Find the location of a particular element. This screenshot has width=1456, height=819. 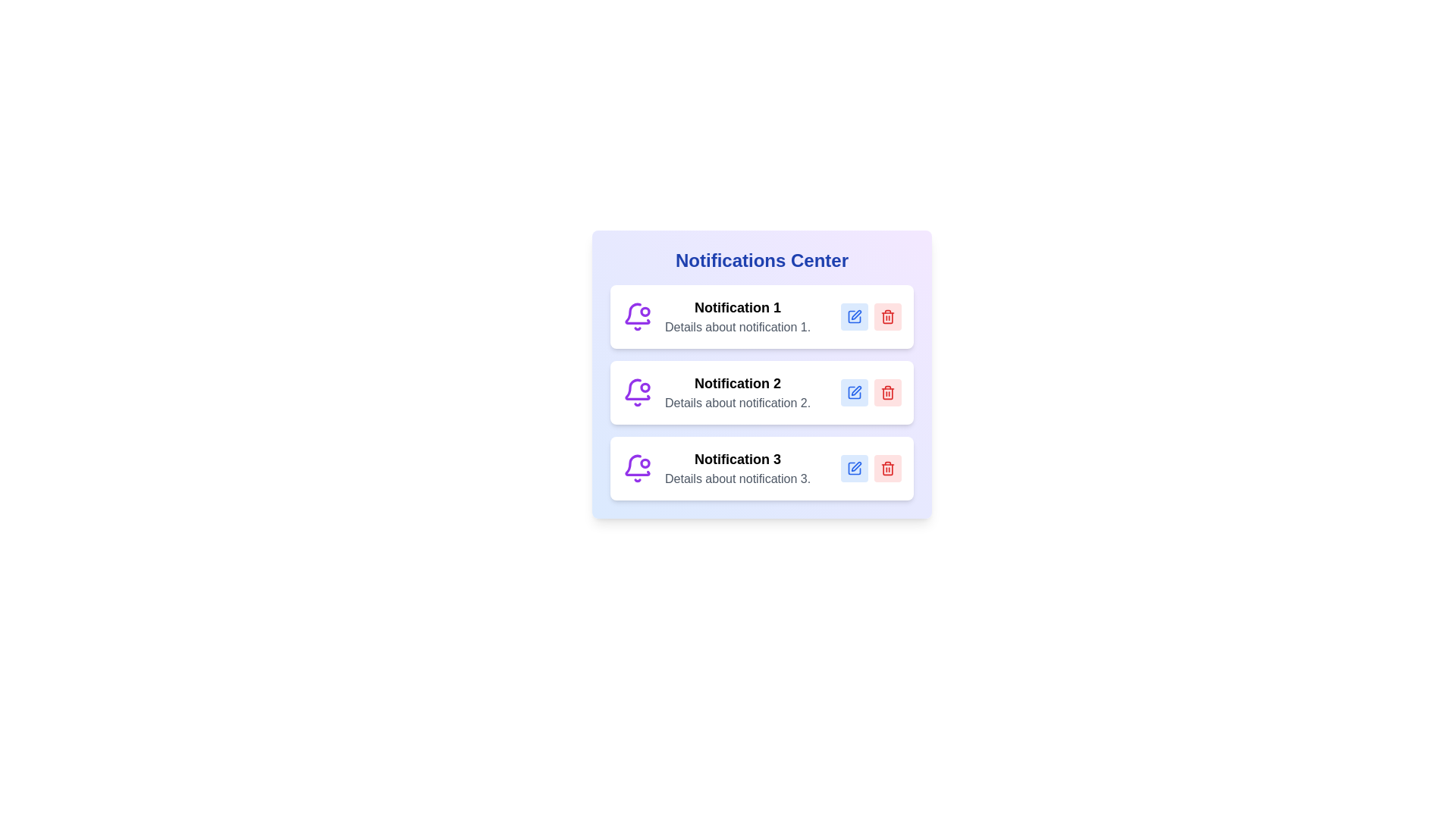

content displayed in the text block of the third notification, which is located to the right of the purple notification icon and left of the edit and delete buttons is located at coordinates (738, 467).